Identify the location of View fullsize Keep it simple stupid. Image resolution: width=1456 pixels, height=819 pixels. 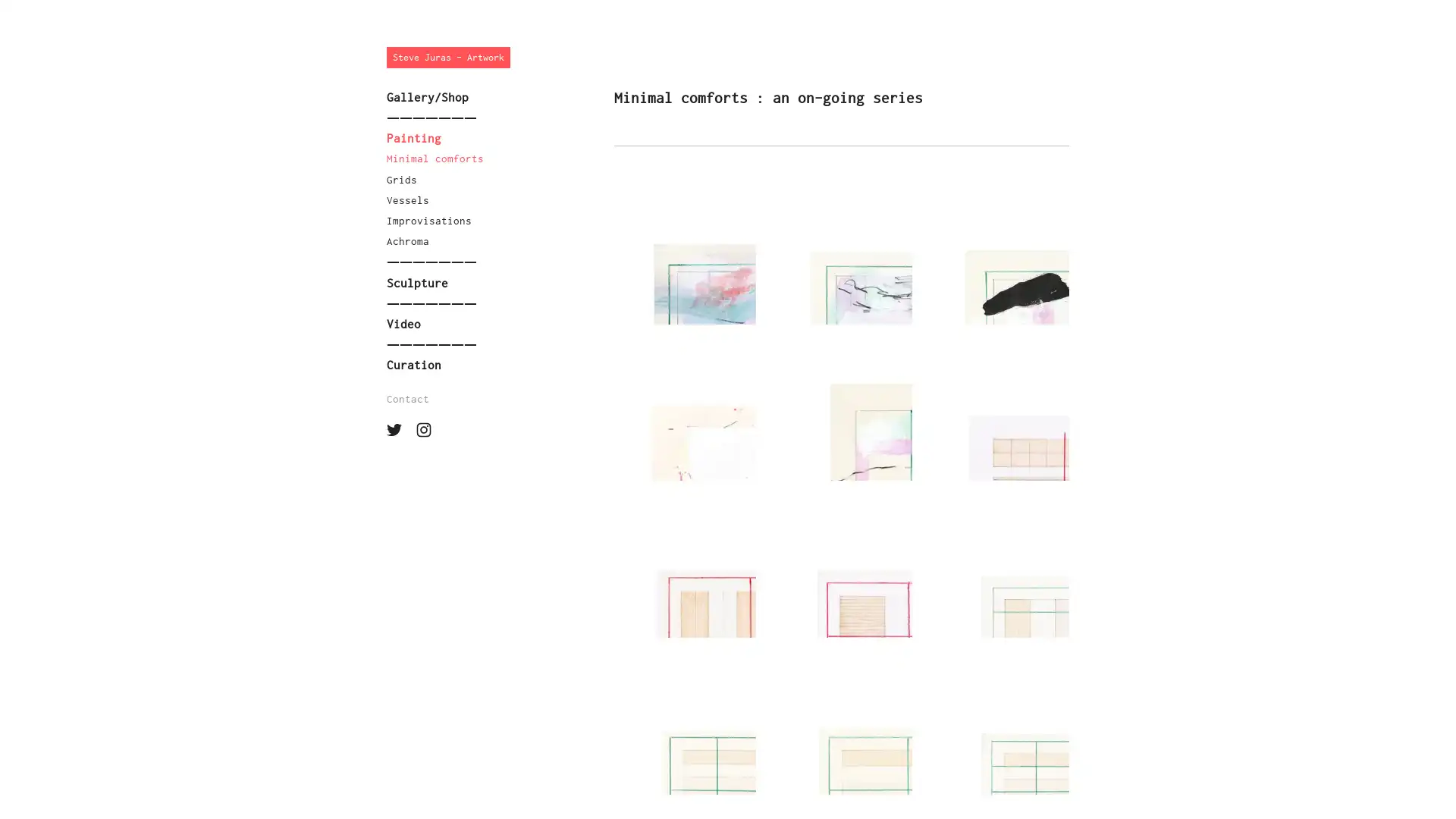
(840, 736).